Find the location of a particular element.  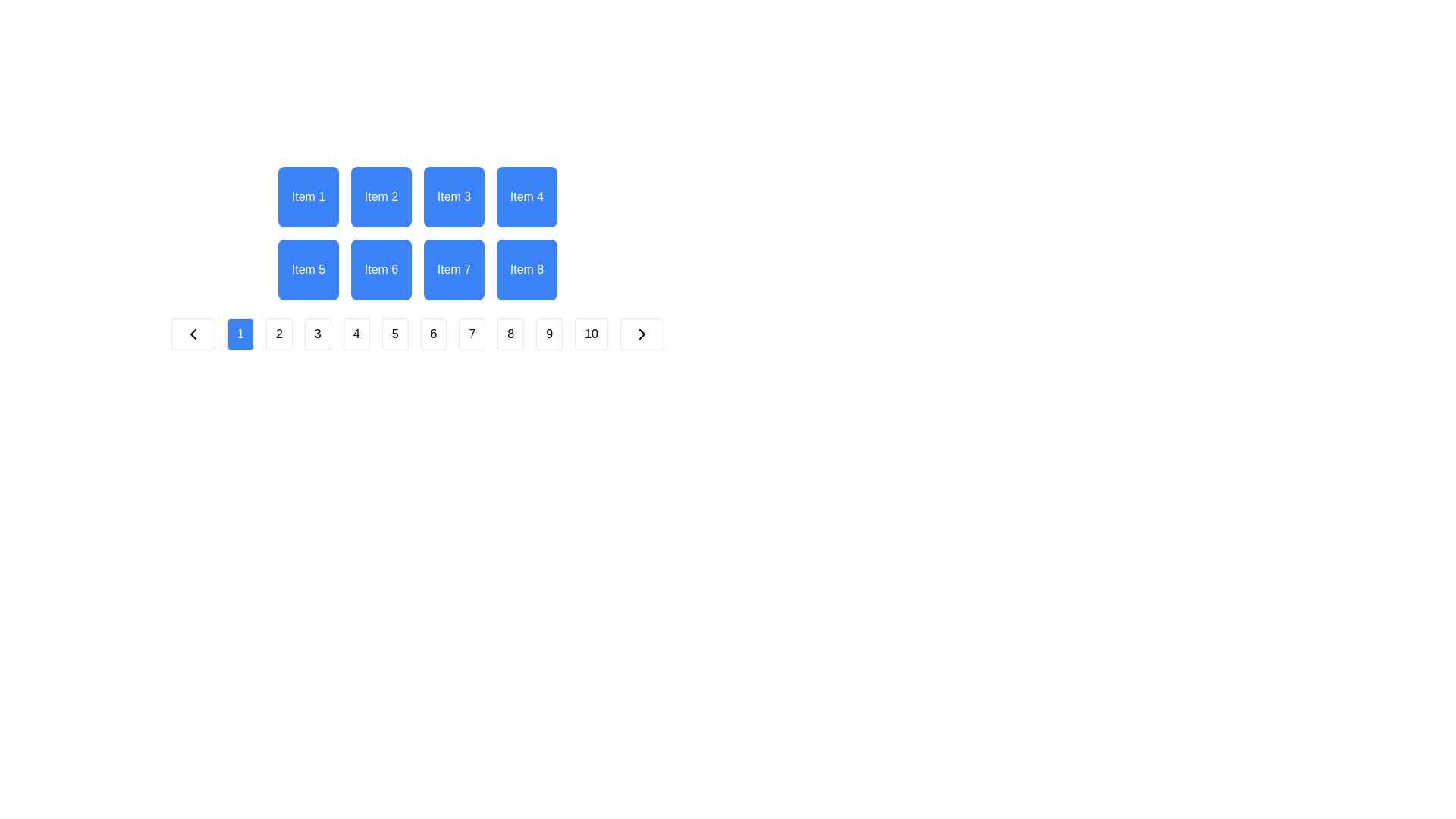

the ninth numeric button is located at coordinates (548, 333).